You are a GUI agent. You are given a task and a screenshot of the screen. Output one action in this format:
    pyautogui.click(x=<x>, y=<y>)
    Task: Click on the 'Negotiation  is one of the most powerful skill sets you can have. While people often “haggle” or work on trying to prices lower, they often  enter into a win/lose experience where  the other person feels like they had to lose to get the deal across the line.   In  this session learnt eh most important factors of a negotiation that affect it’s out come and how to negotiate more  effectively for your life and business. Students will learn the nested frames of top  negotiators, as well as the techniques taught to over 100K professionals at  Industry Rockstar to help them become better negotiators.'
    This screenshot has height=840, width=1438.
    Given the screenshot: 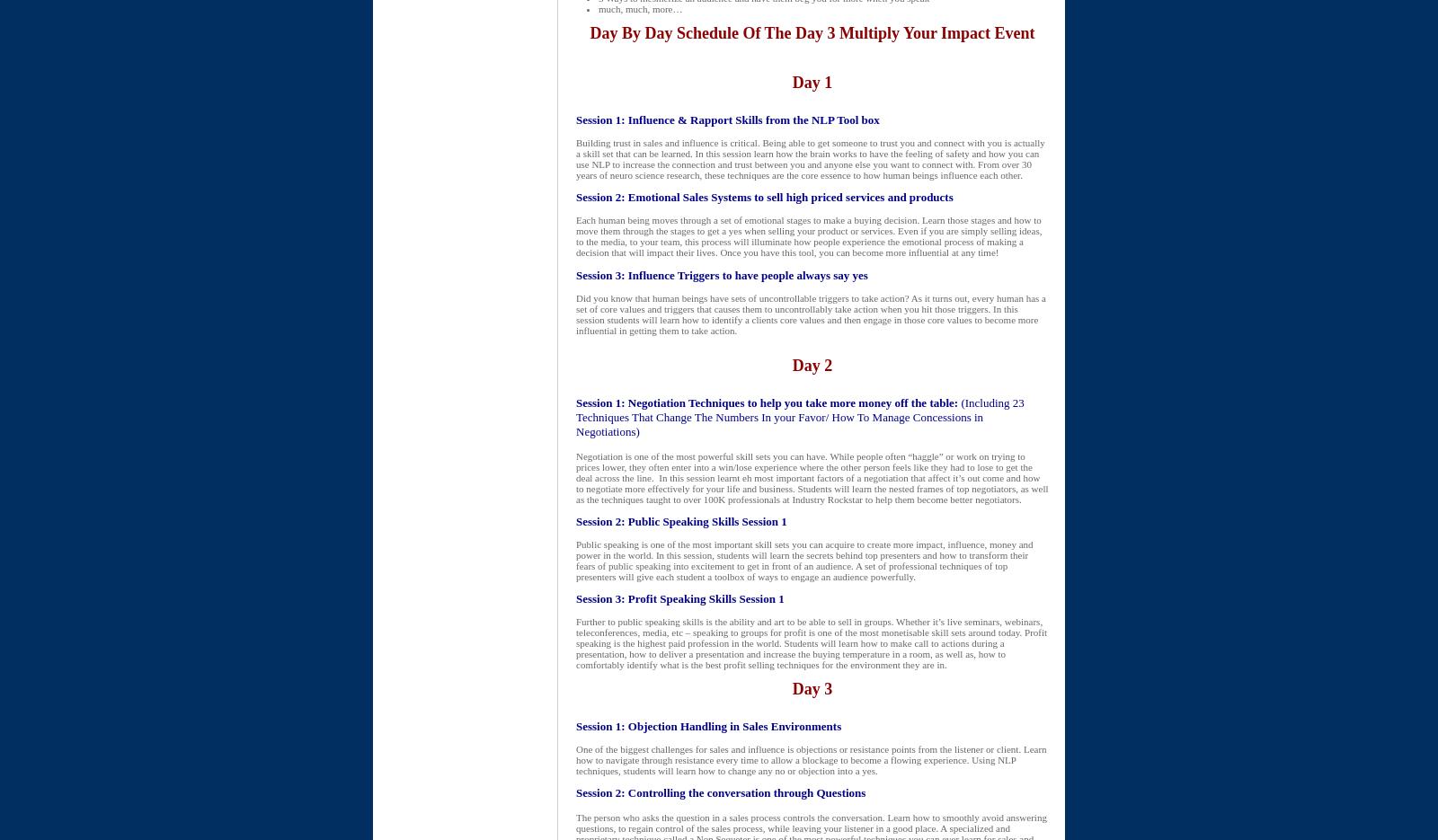 What is the action you would take?
    pyautogui.click(x=811, y=477)
    